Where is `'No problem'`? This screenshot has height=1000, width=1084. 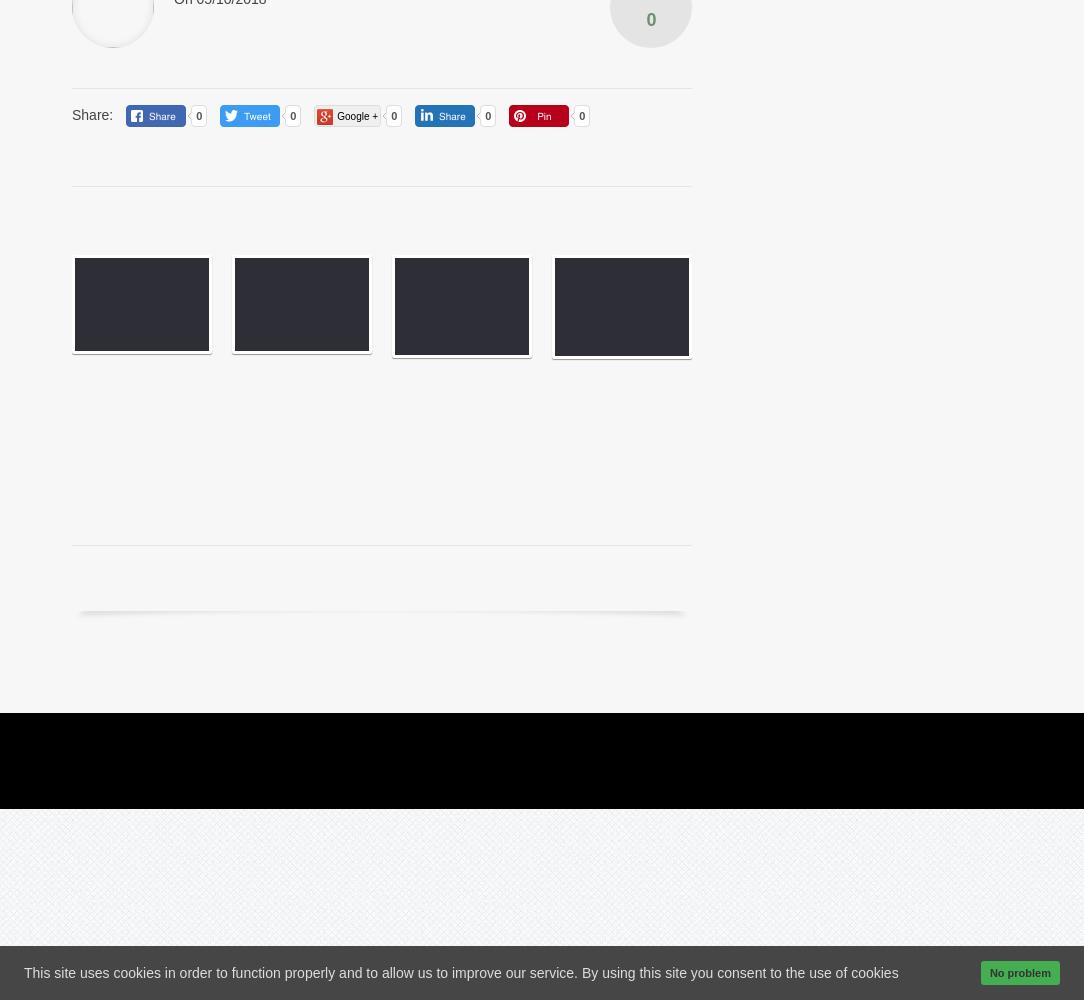 'No problem' is located at coordinates (1019, 972).